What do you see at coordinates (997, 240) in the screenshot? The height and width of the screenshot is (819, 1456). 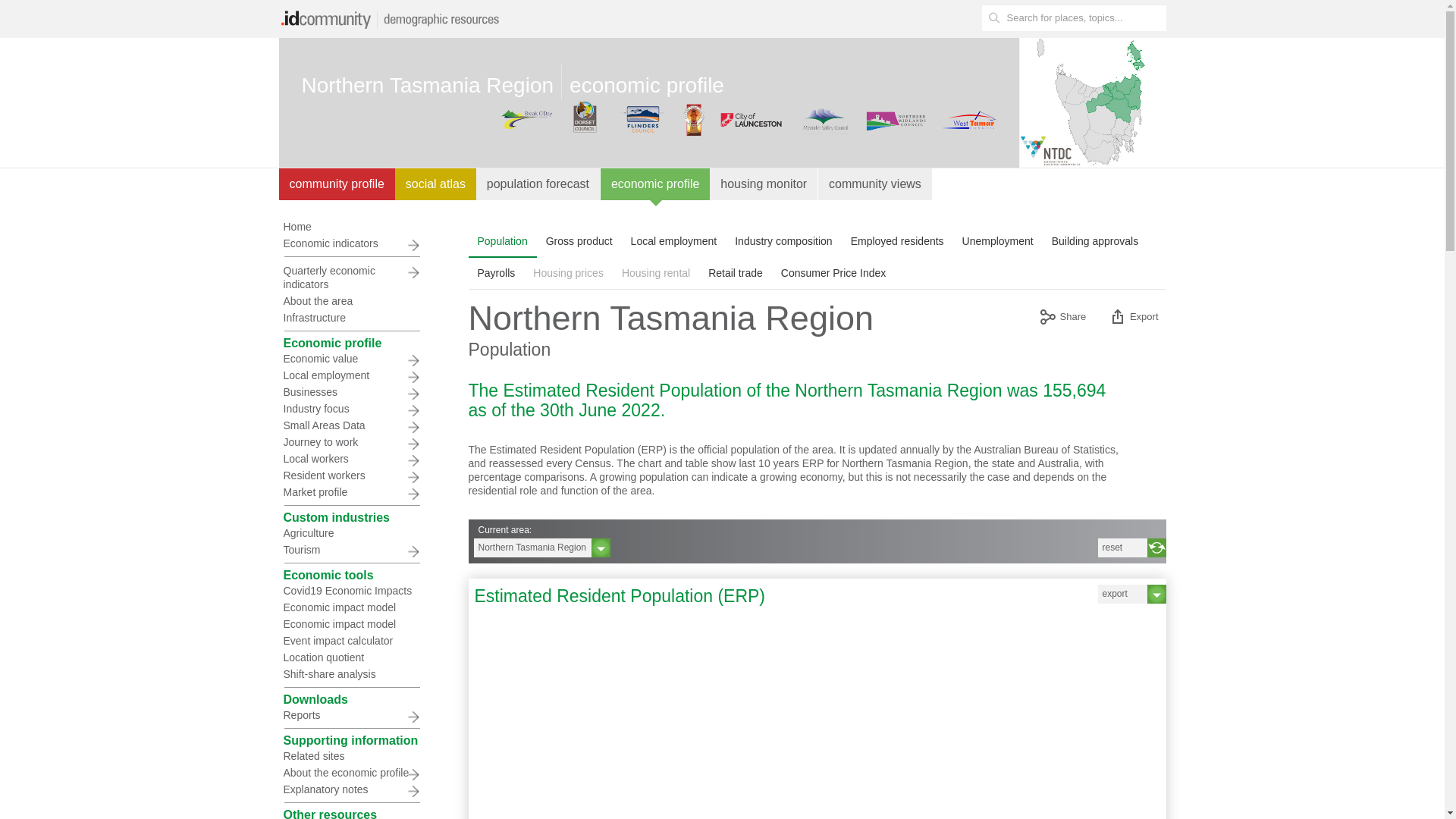 I see `'Unemployment'` at bounding box center [997, 240].